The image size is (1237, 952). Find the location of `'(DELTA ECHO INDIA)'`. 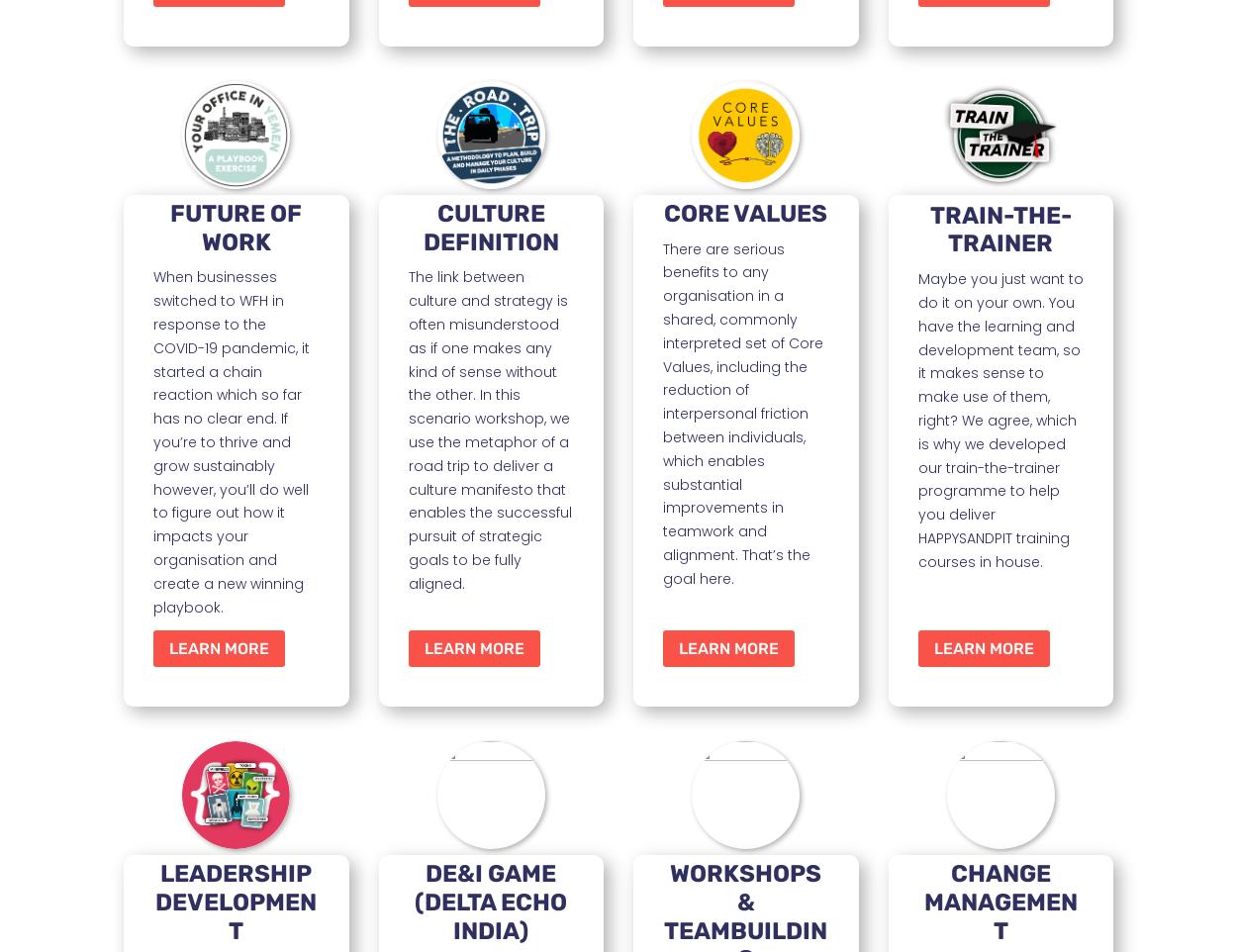

'(DELTA ECHO INDIA)' is located at coordinates (490, 915).